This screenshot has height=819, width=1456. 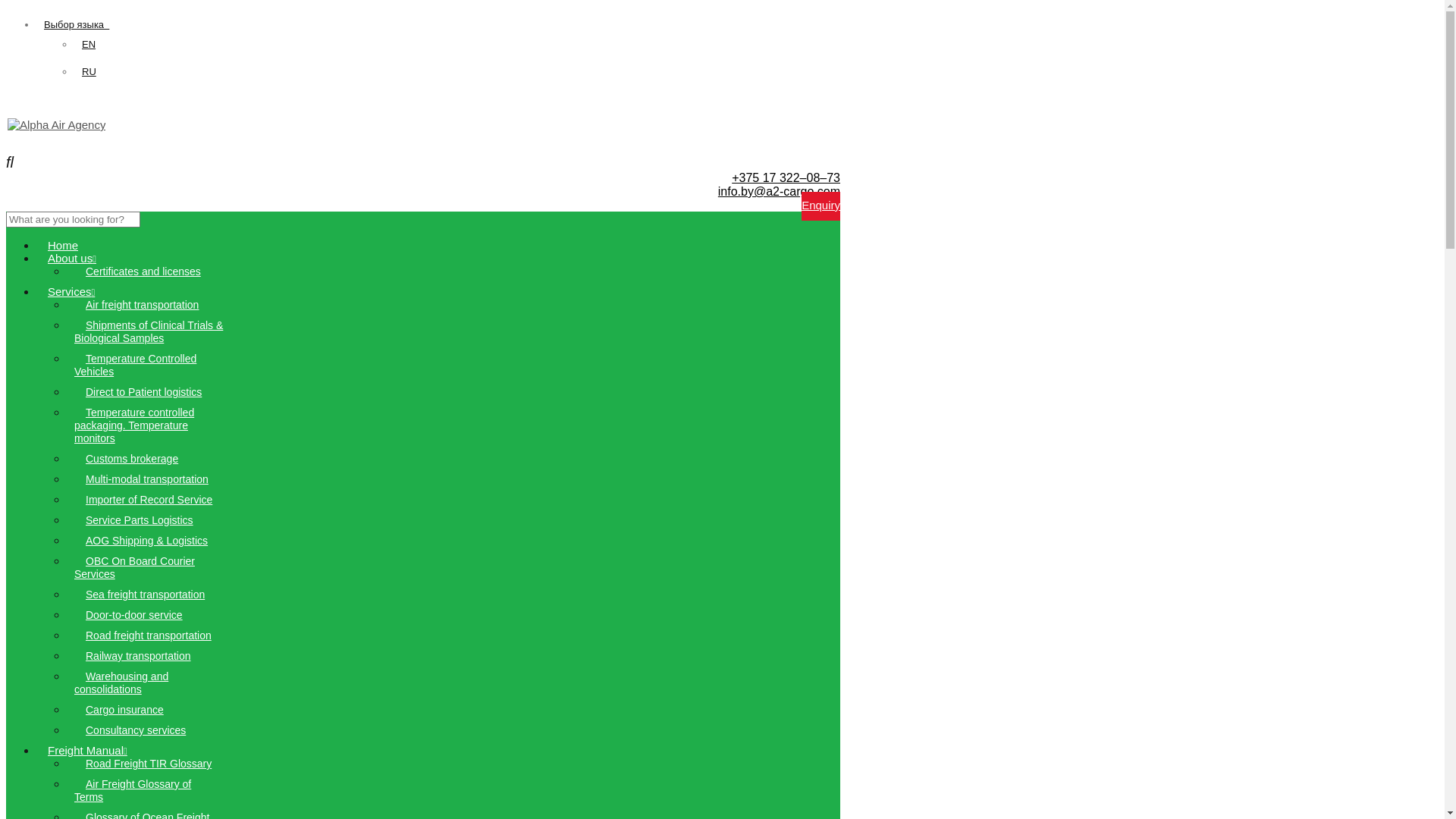 What do you see at coordinates (820, 206) in the screenshot?
I see `'Enquiry'` at bounding box center [820, 206].